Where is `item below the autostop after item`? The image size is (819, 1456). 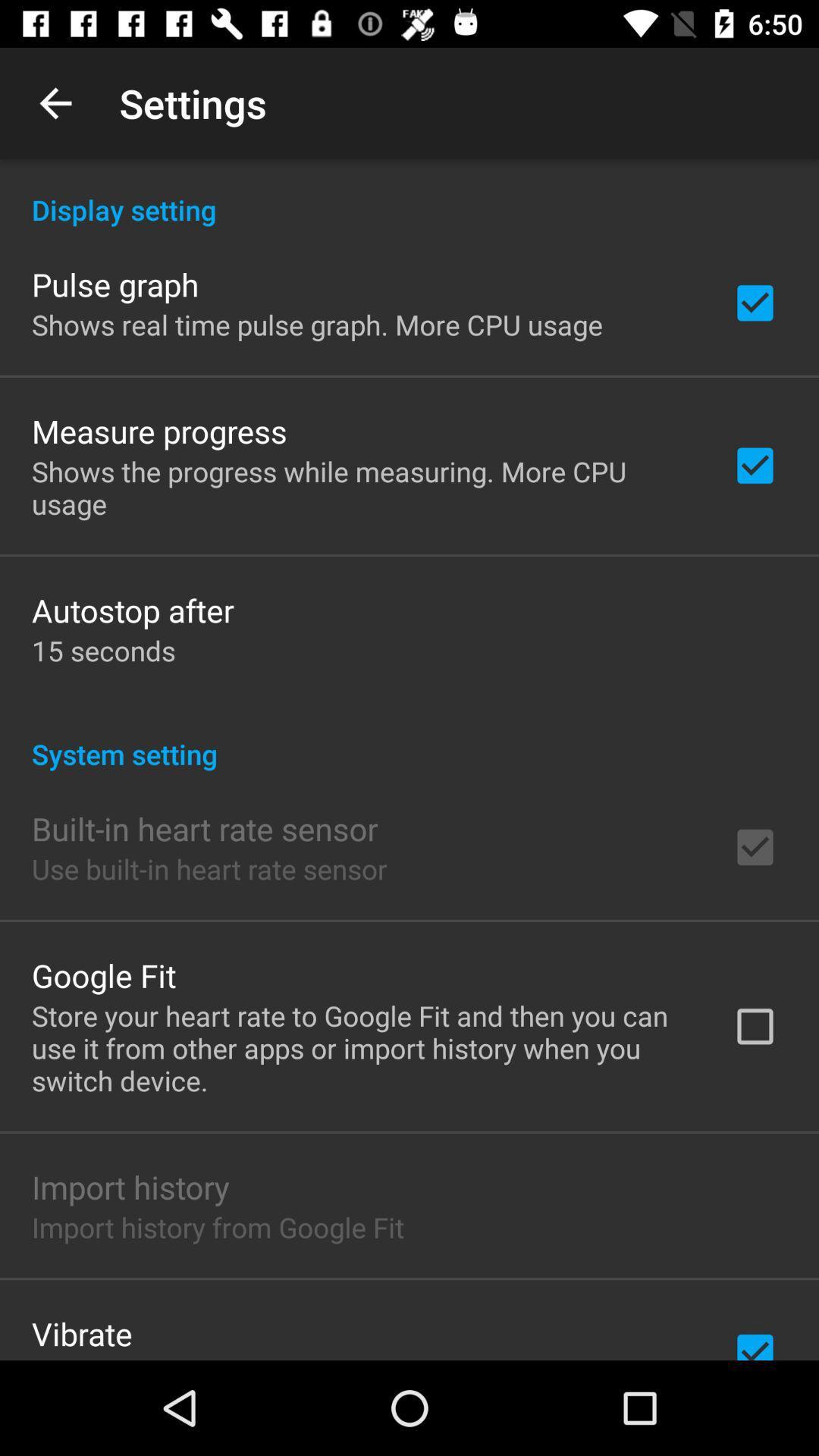
item below the autostop after item is located at coordinates (102, 651).